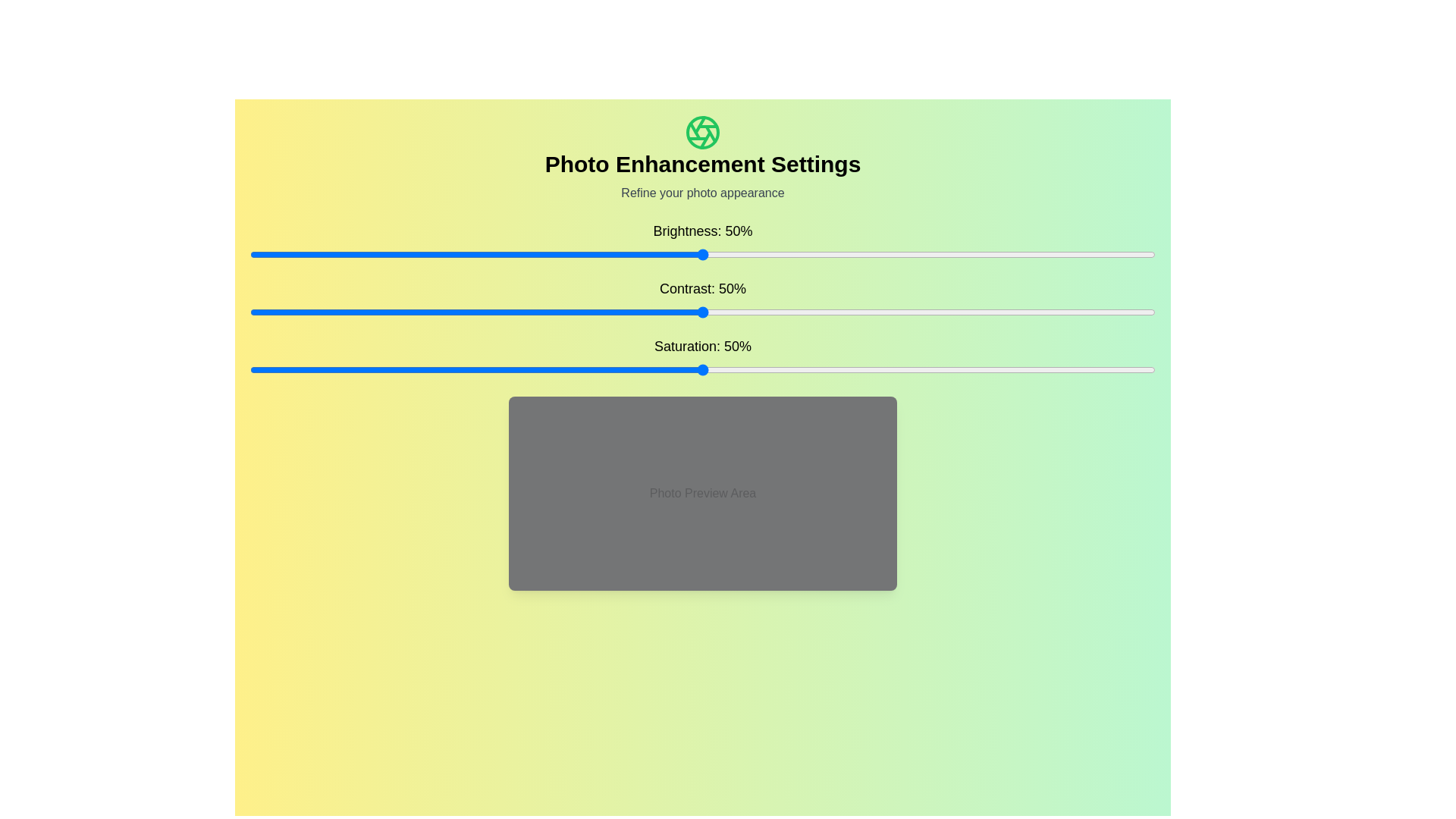  What do you see at coordinates (1011, 312) in the screenshot?
I see `the contrast slider to set the contrast to 84%` at bounding box center [1011, 312].